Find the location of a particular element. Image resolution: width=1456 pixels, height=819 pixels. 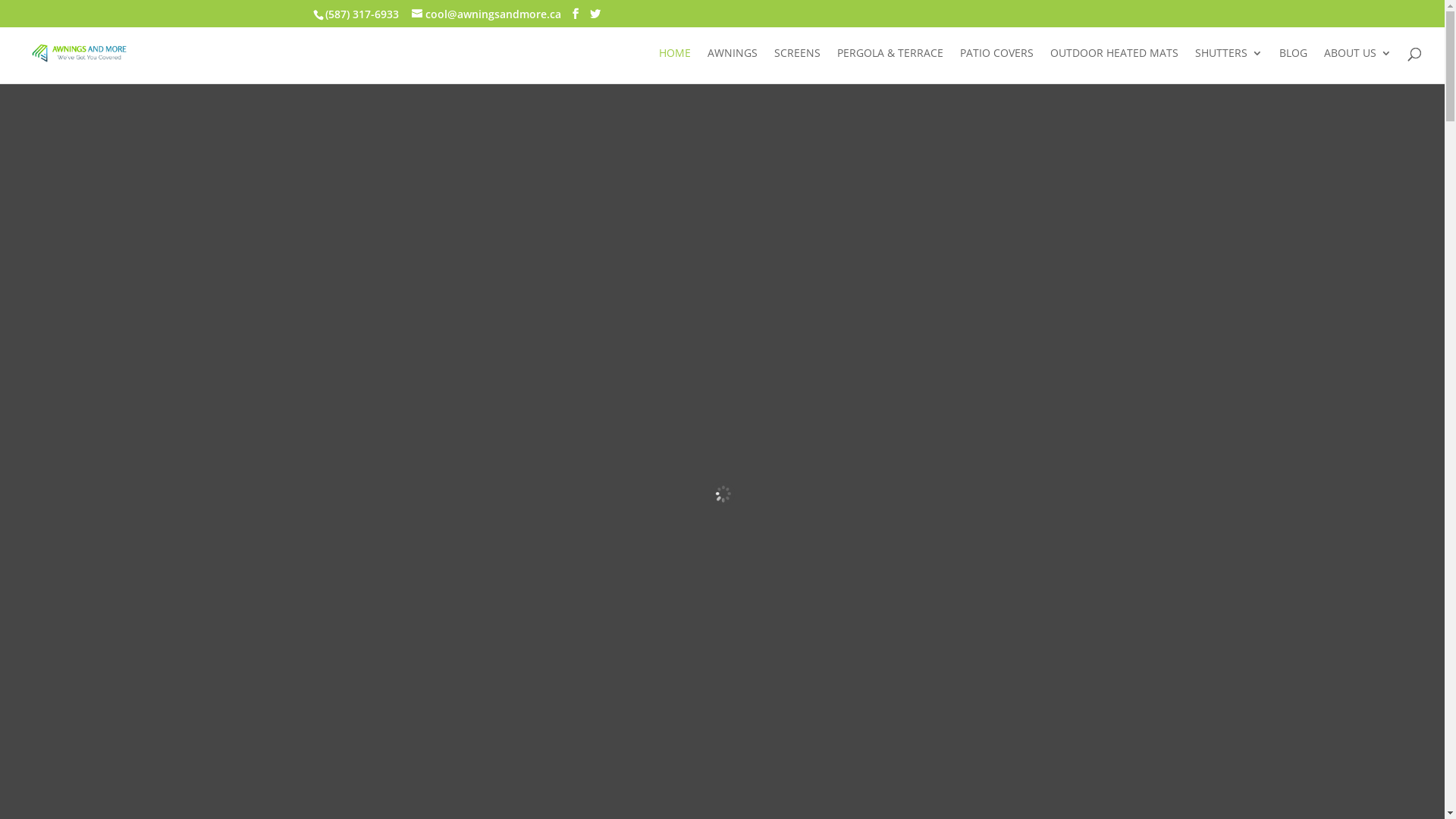

'BLOG' is located at coordinates (1292, 64).